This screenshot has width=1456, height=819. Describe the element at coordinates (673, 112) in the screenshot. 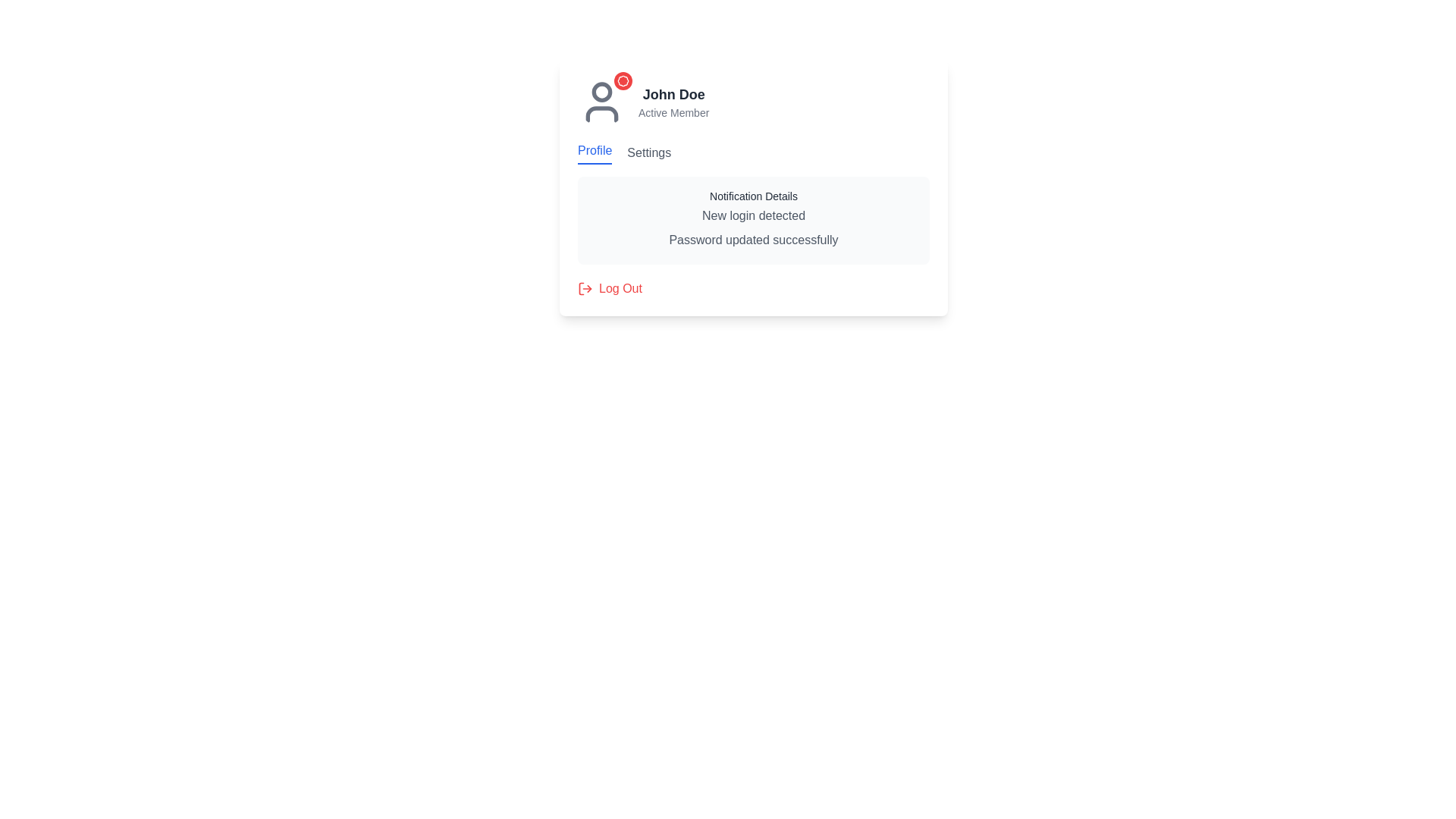

I see `text label displaying 'Active Member' located directly beneath the bolded name 'John Doe'` at that location.